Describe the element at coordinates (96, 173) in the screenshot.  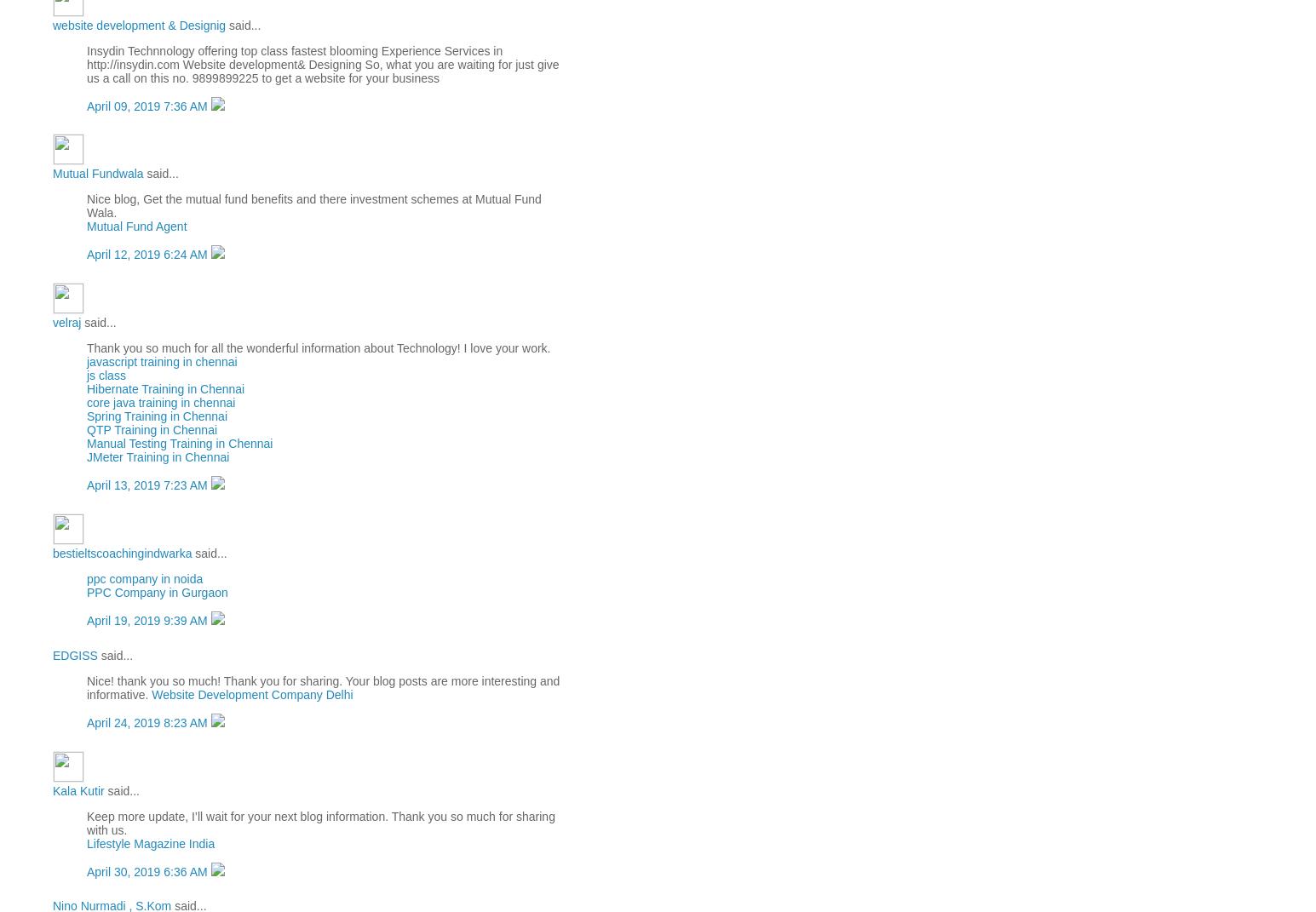
I see `'Mutual Fundwala'` at that location.